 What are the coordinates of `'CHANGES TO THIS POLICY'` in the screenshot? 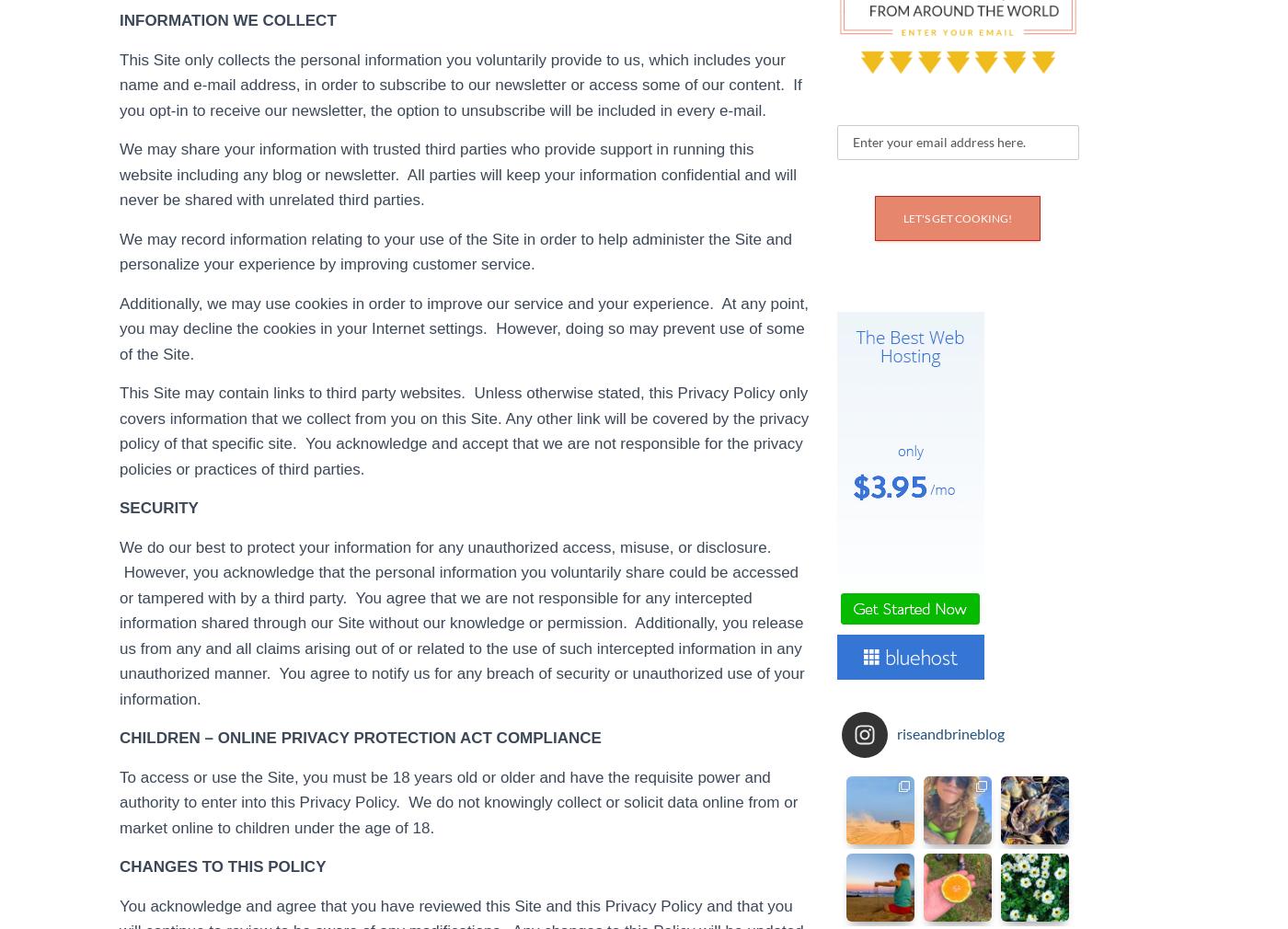 It's located at (223, 866).